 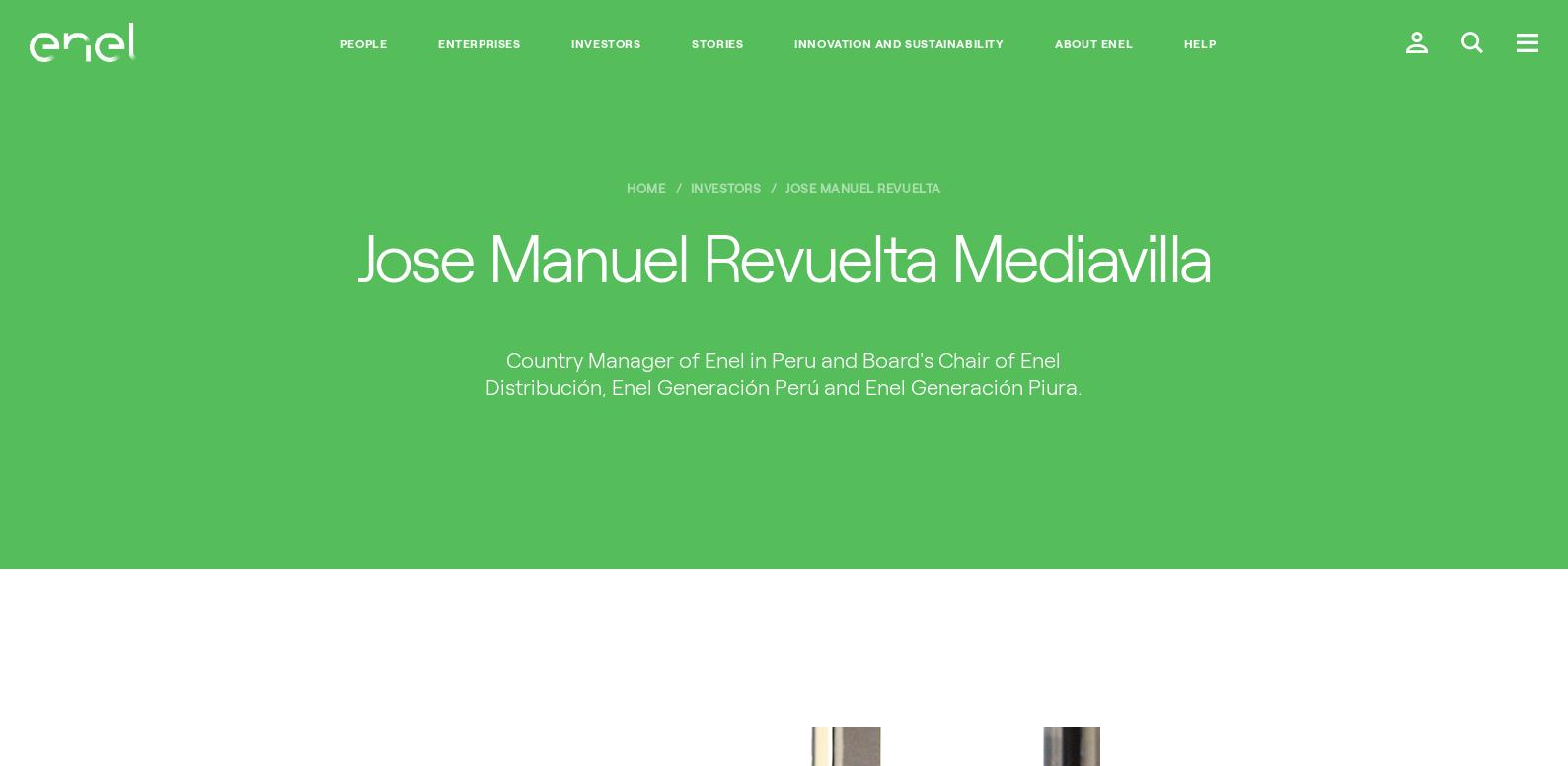 What do you see at coordinates (479, 44) in the screenshot?
I see `'Enterprises'` at bounding box center [479, 44].